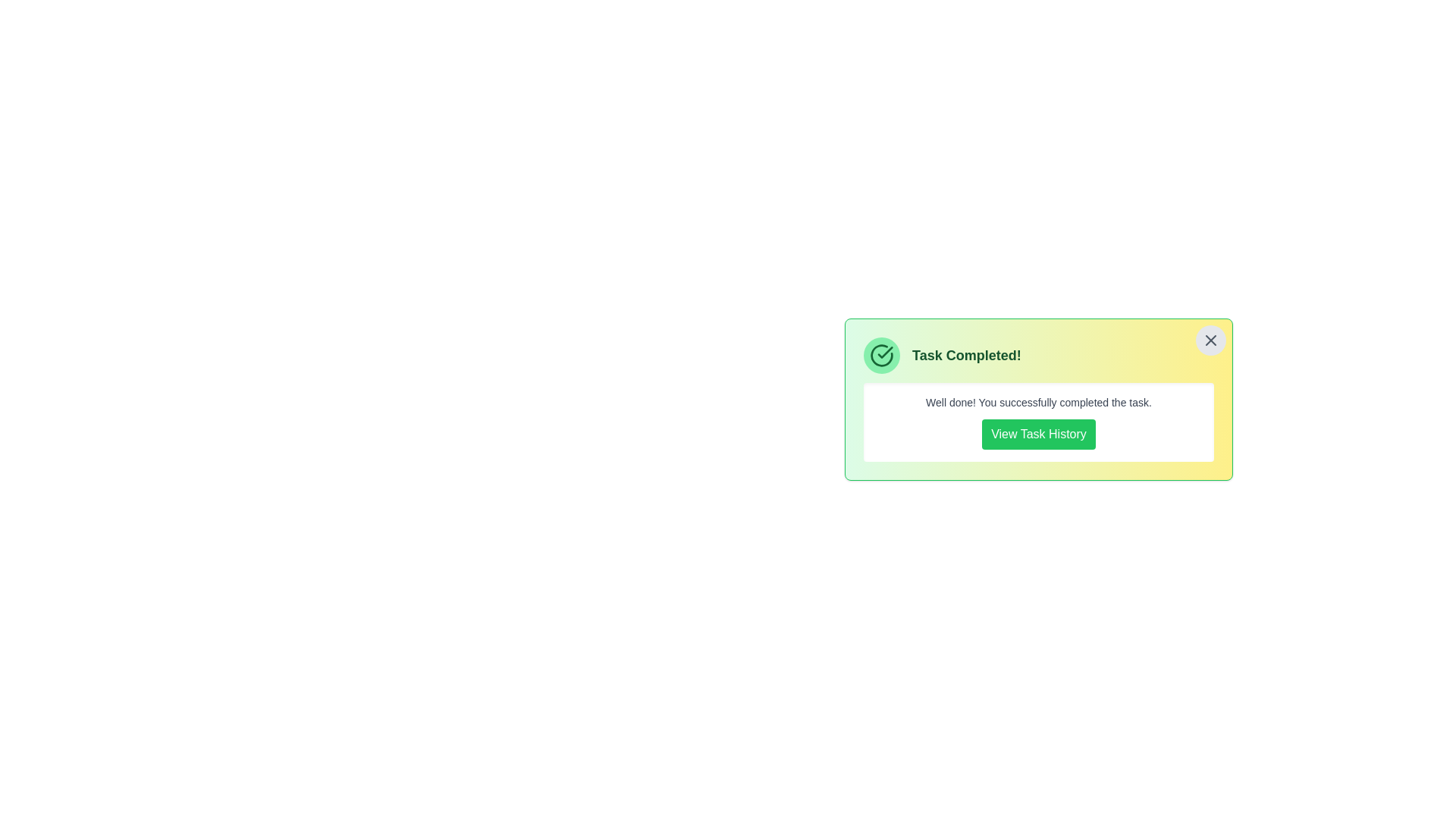 This screenshot has width=1456, height=819. I want to click on the 'Task Completed!' text to select it, so click(1037, 356).